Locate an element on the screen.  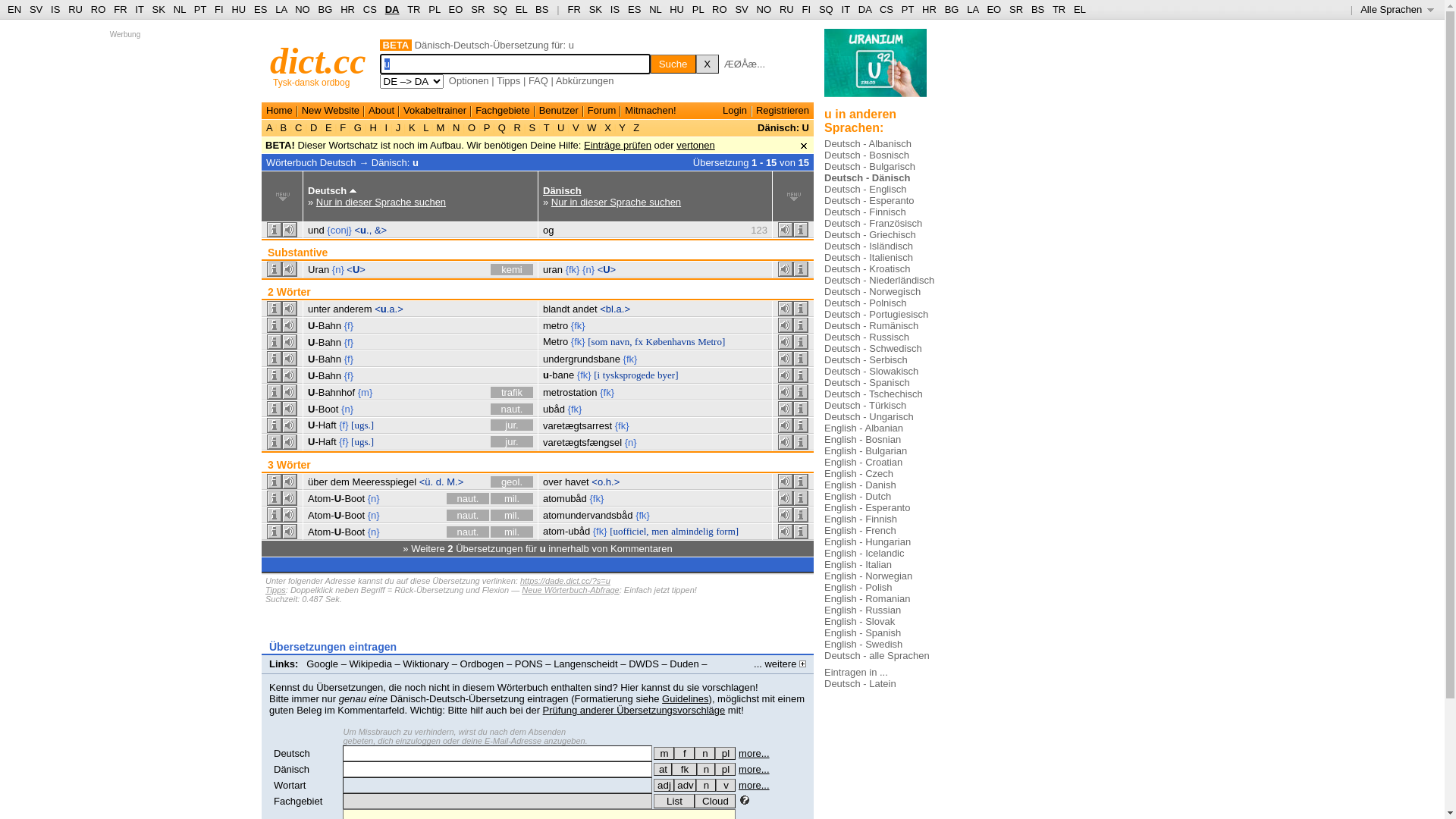
'English - Slovak' is located at coordinates (859, 621).